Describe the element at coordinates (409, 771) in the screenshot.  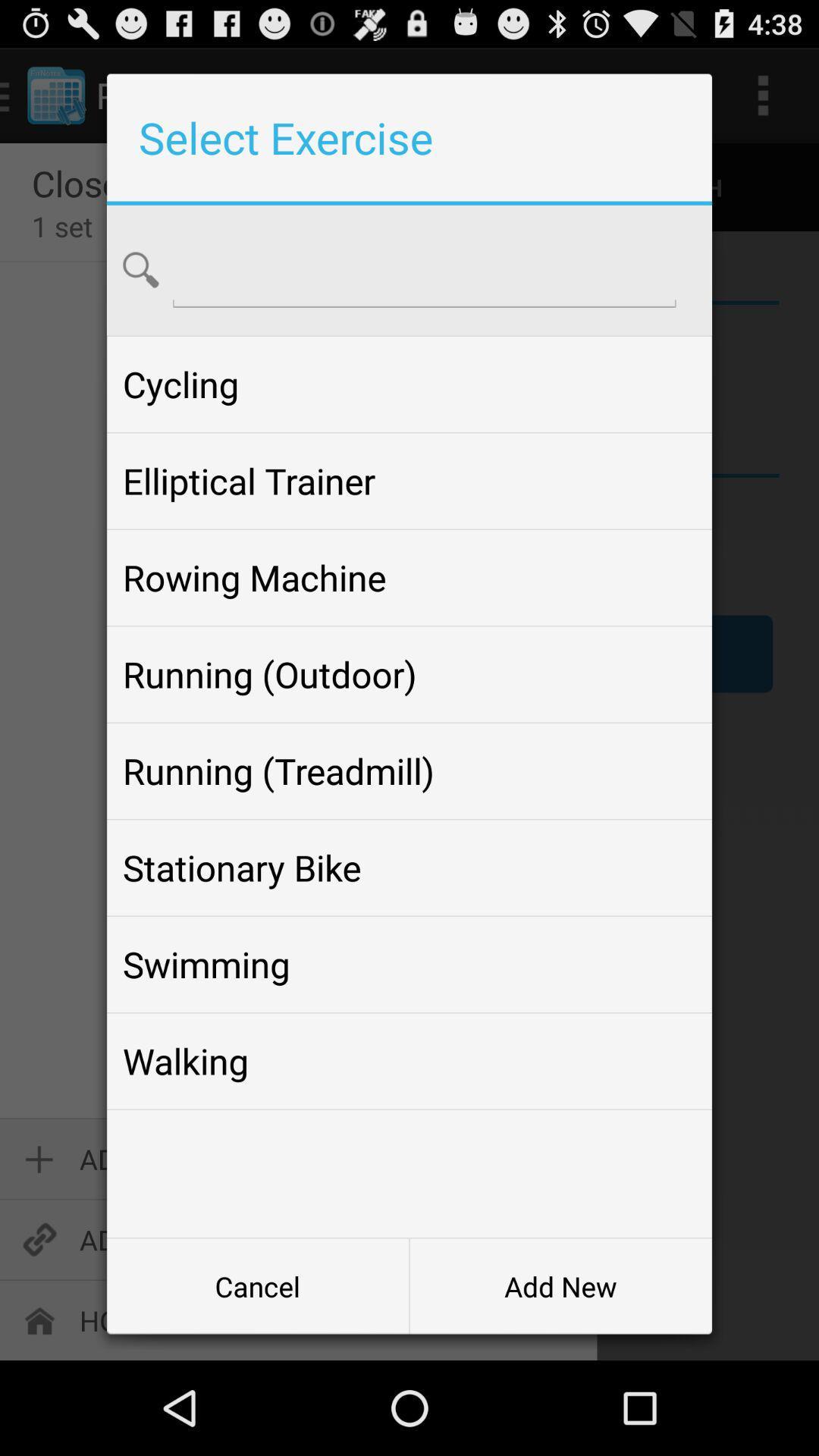
I see `icon below the running (outdoor) icon` at that location.